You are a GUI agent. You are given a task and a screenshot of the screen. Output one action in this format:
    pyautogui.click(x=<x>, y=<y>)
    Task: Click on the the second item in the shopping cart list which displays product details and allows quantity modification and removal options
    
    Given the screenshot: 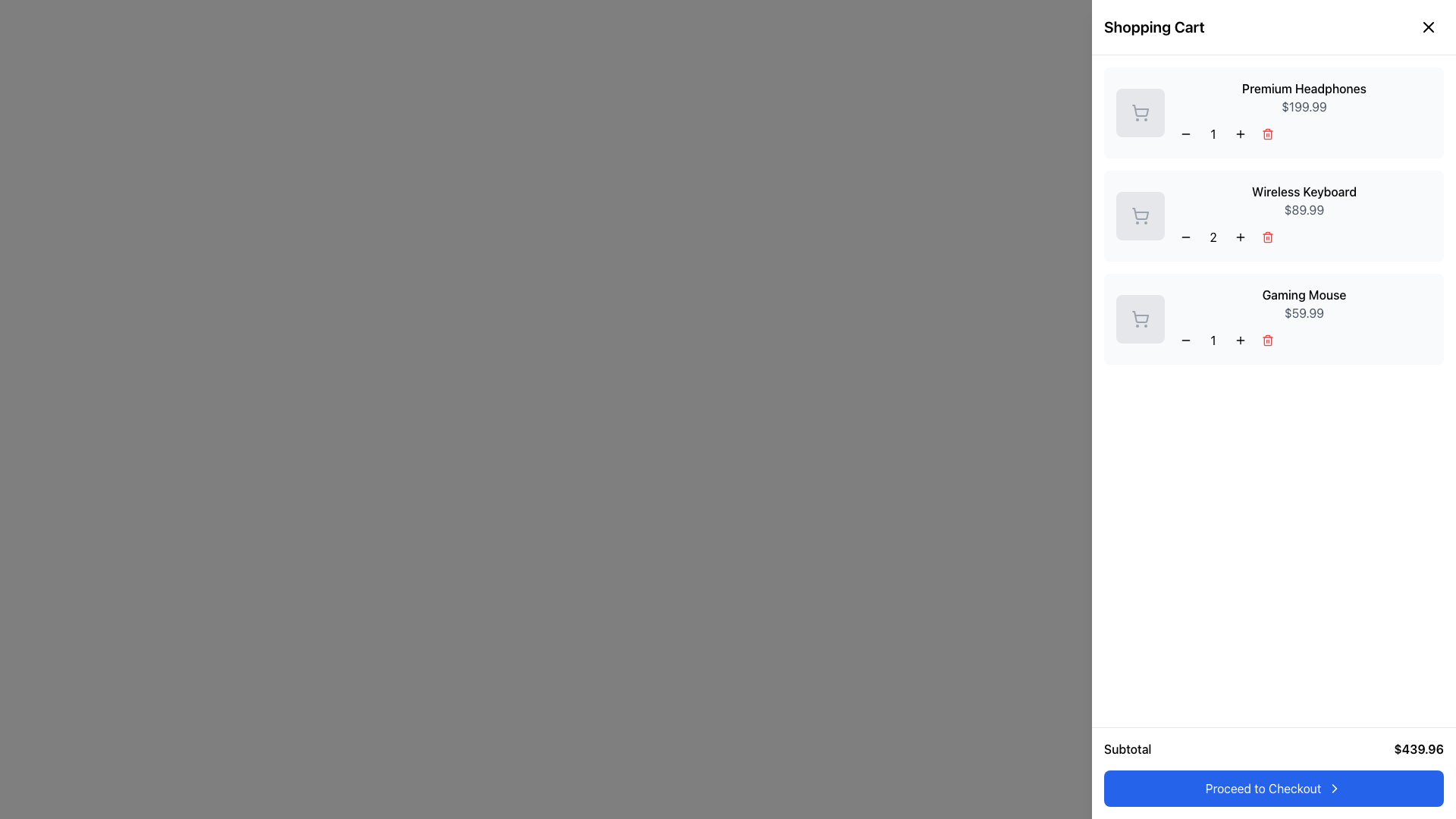 What is the action you would take?
    pyautogui.click(x=1274, y=216)
    